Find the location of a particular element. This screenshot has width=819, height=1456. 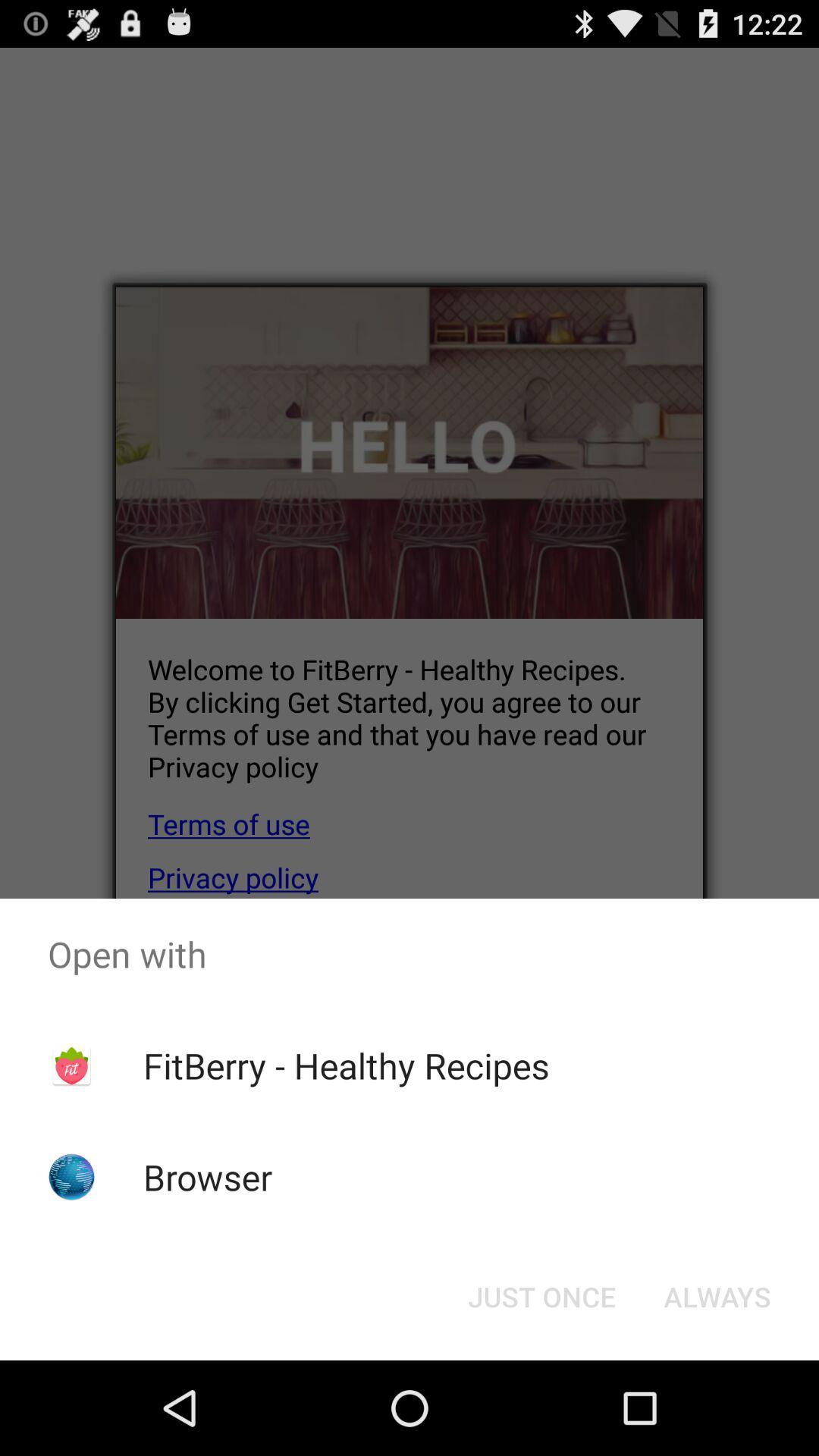

the icon below open with icon is located at coordinates (717, 1295).